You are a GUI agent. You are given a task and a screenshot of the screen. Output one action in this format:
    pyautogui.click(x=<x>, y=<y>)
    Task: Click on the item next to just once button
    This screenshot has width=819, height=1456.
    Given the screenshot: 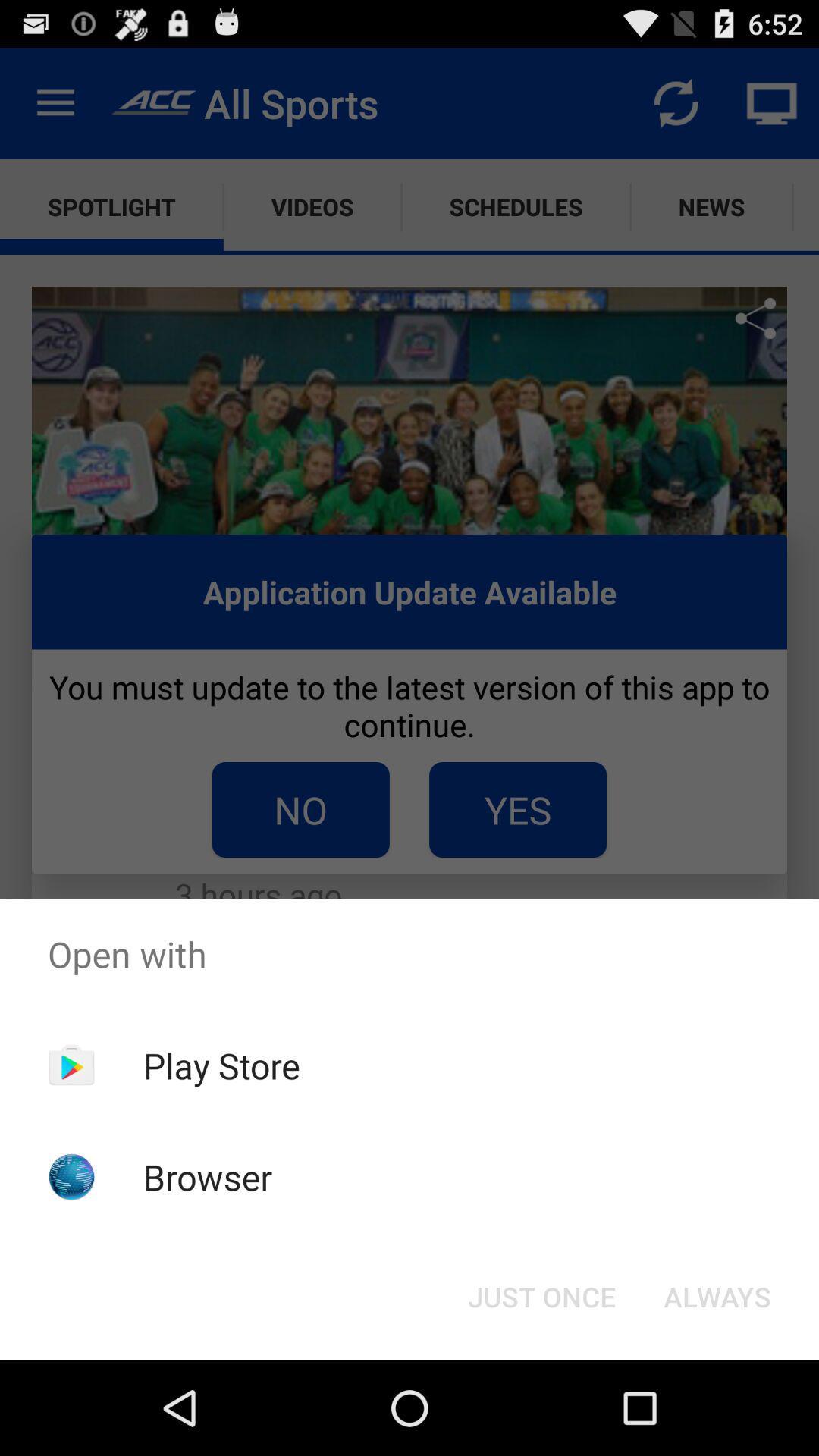 What is the action you would take?
    pyautogui.click(x=717, y=1295)
    